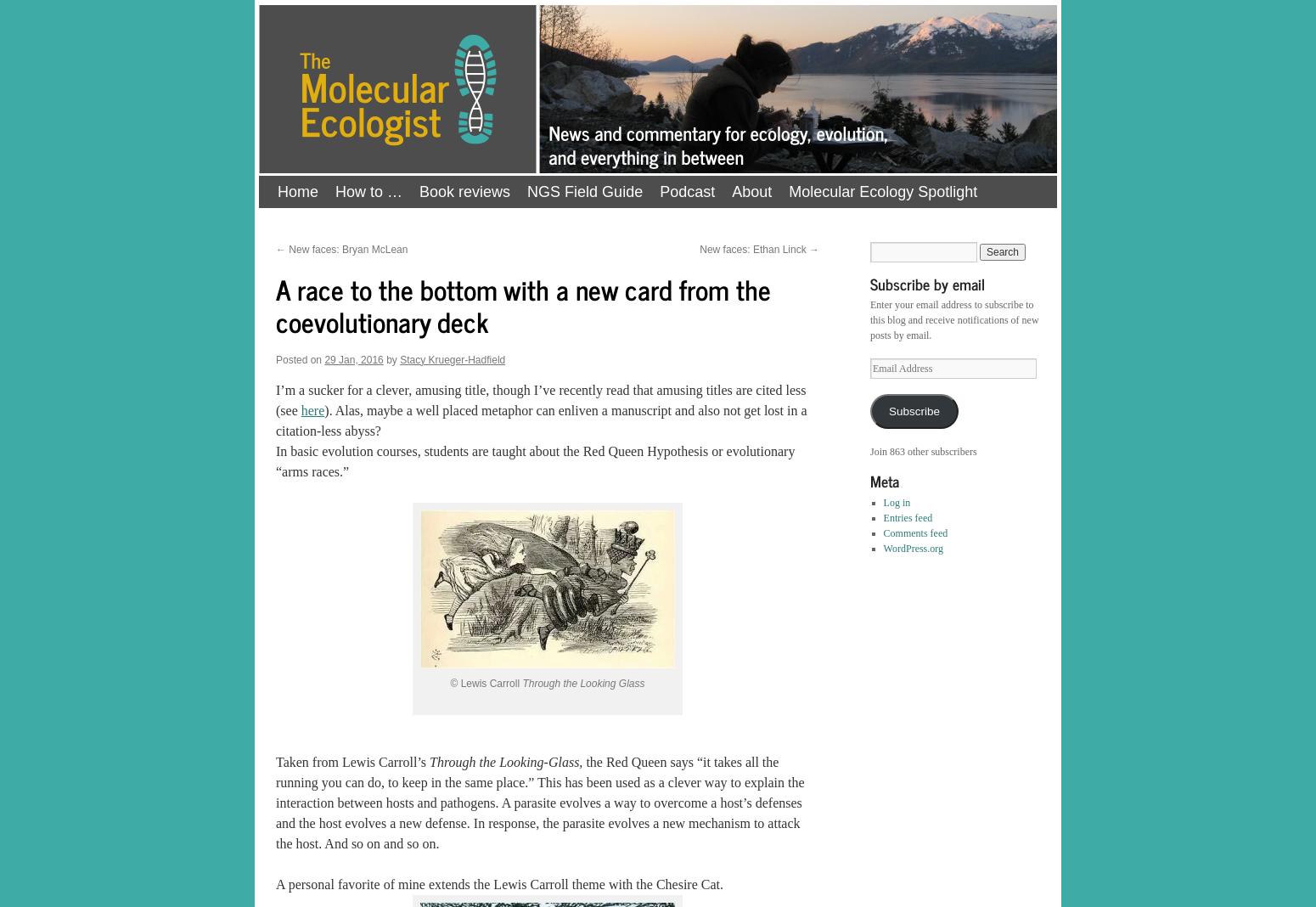 This screenshot has height=907, width=1316. Describe the element at coordinates (953, 319) in the screenshot. I see `'Enter your email address to subscribe to this blog and receive notifications of new posts by email.'` at that location.